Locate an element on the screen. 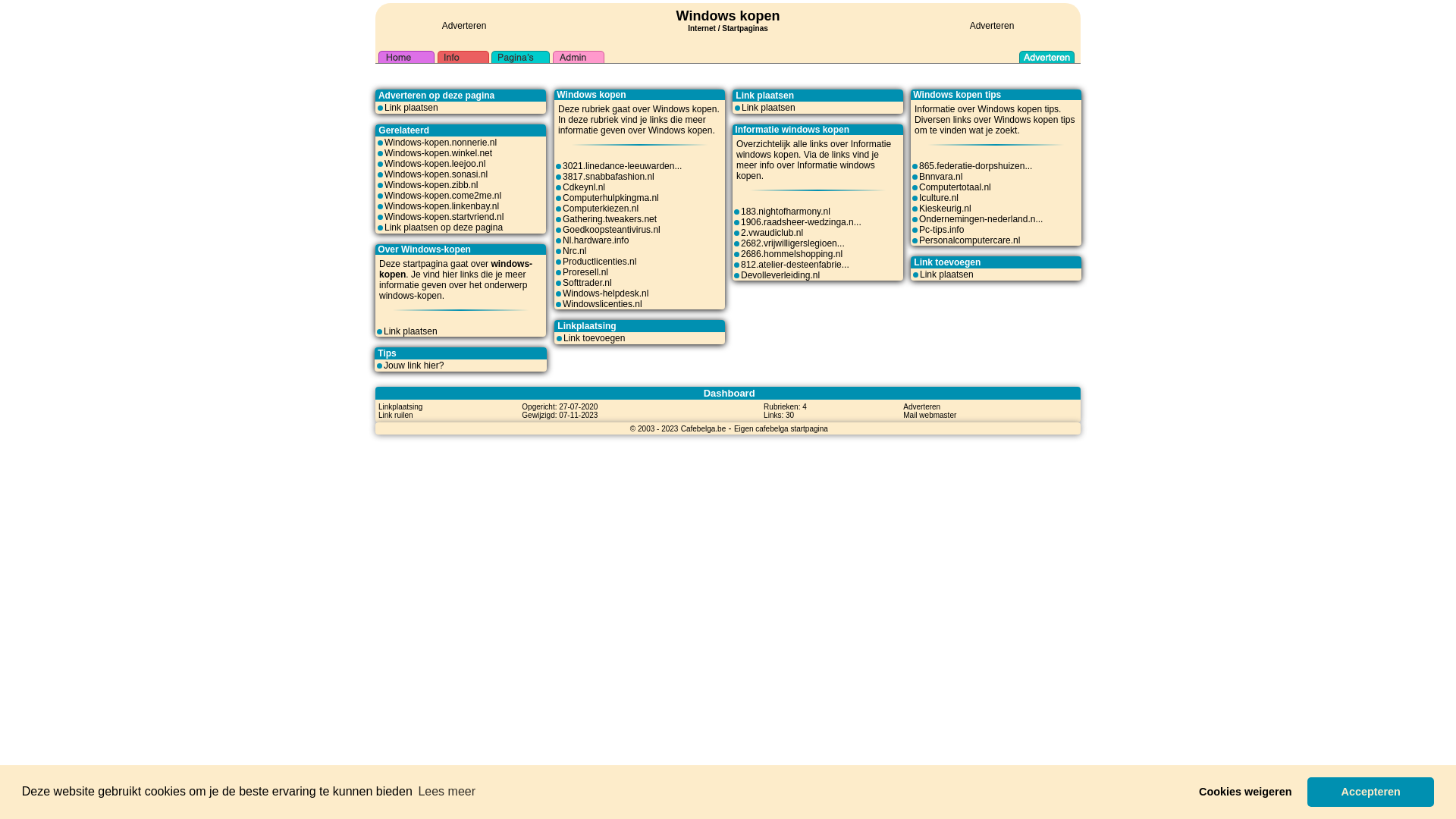  'Bnnvara.nl' is located at coordinates (940, 175).